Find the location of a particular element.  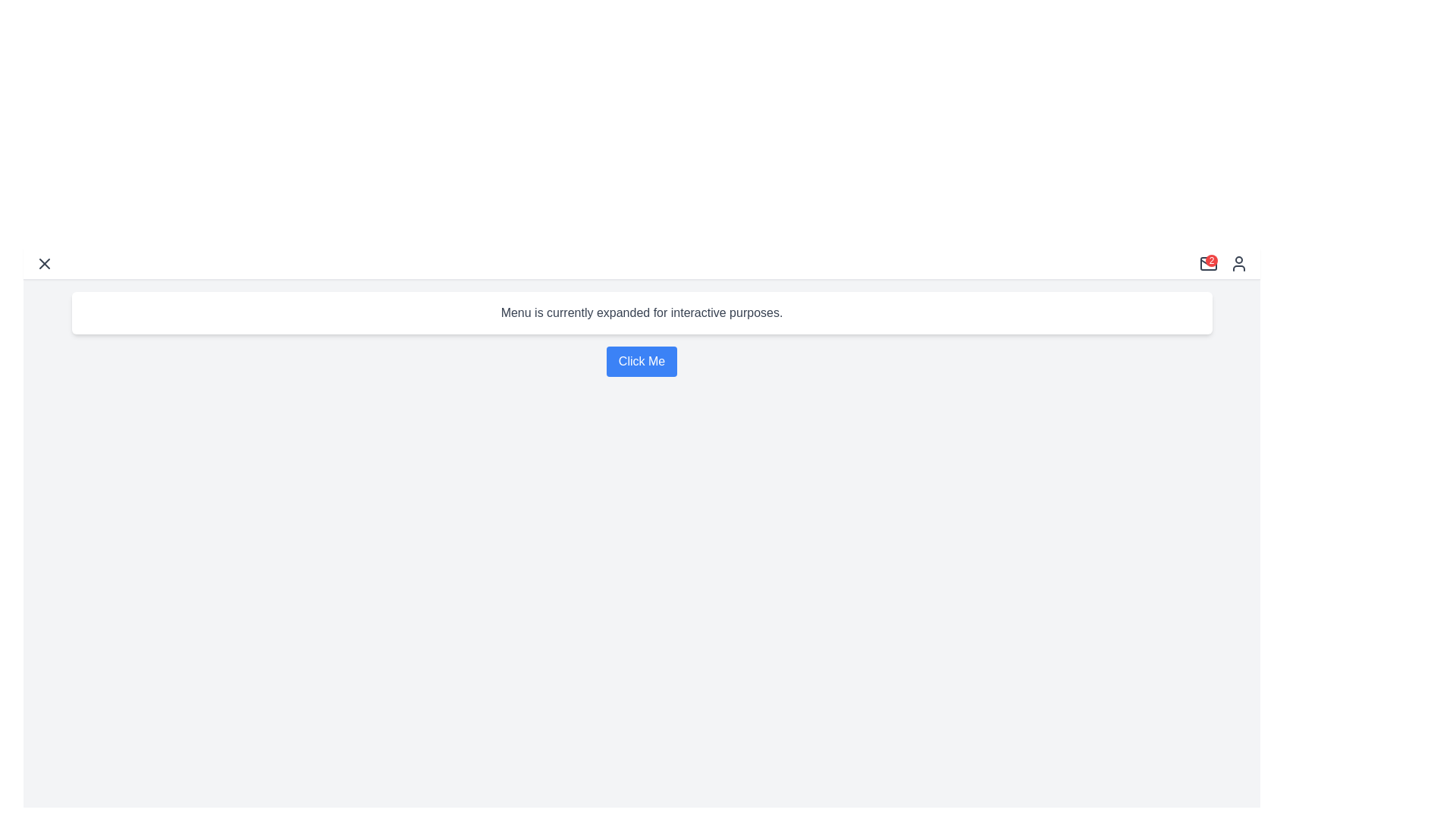

the Notification Badge located is located at coordinates (1223, 262).